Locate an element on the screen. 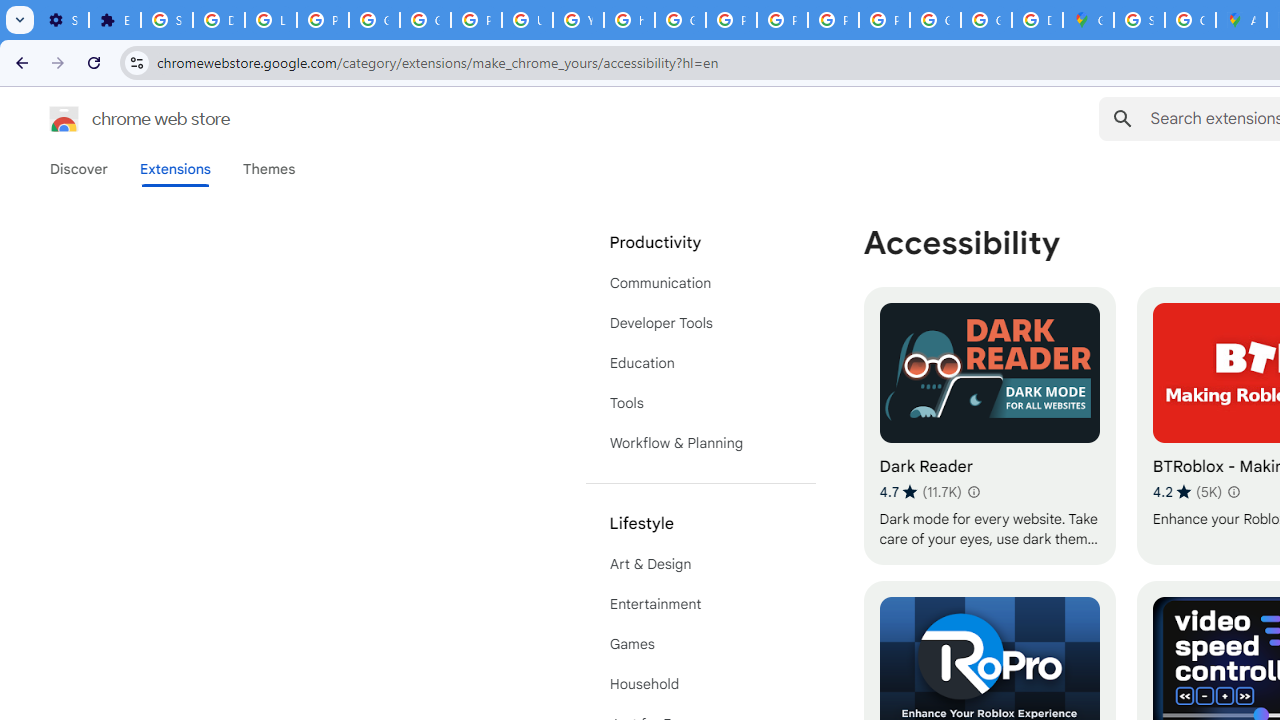 Image resolution: width=1280 pixels, height=720 pixels. 'Themes' is located at coordinates (268, 168).